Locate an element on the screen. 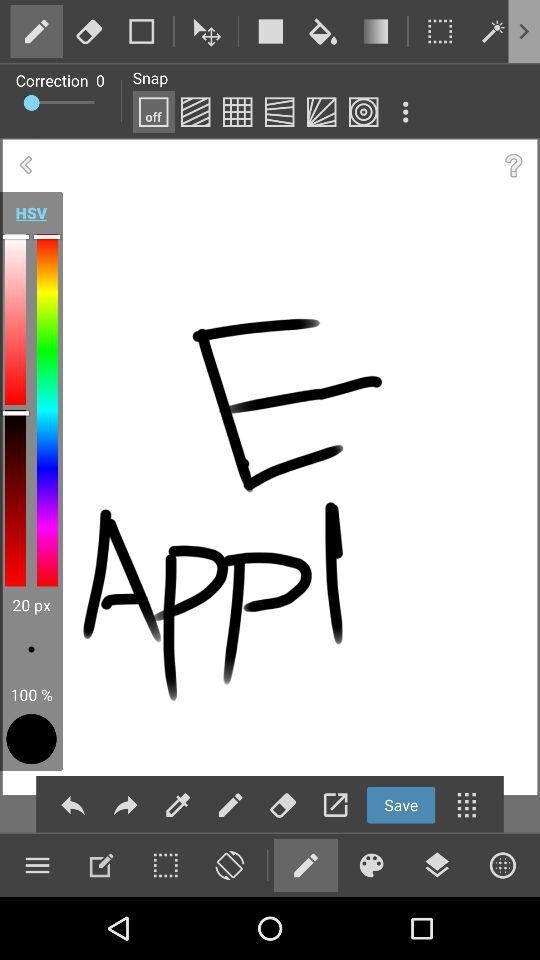 The image size is (540, 960). more is located at coordinates (405, 112).